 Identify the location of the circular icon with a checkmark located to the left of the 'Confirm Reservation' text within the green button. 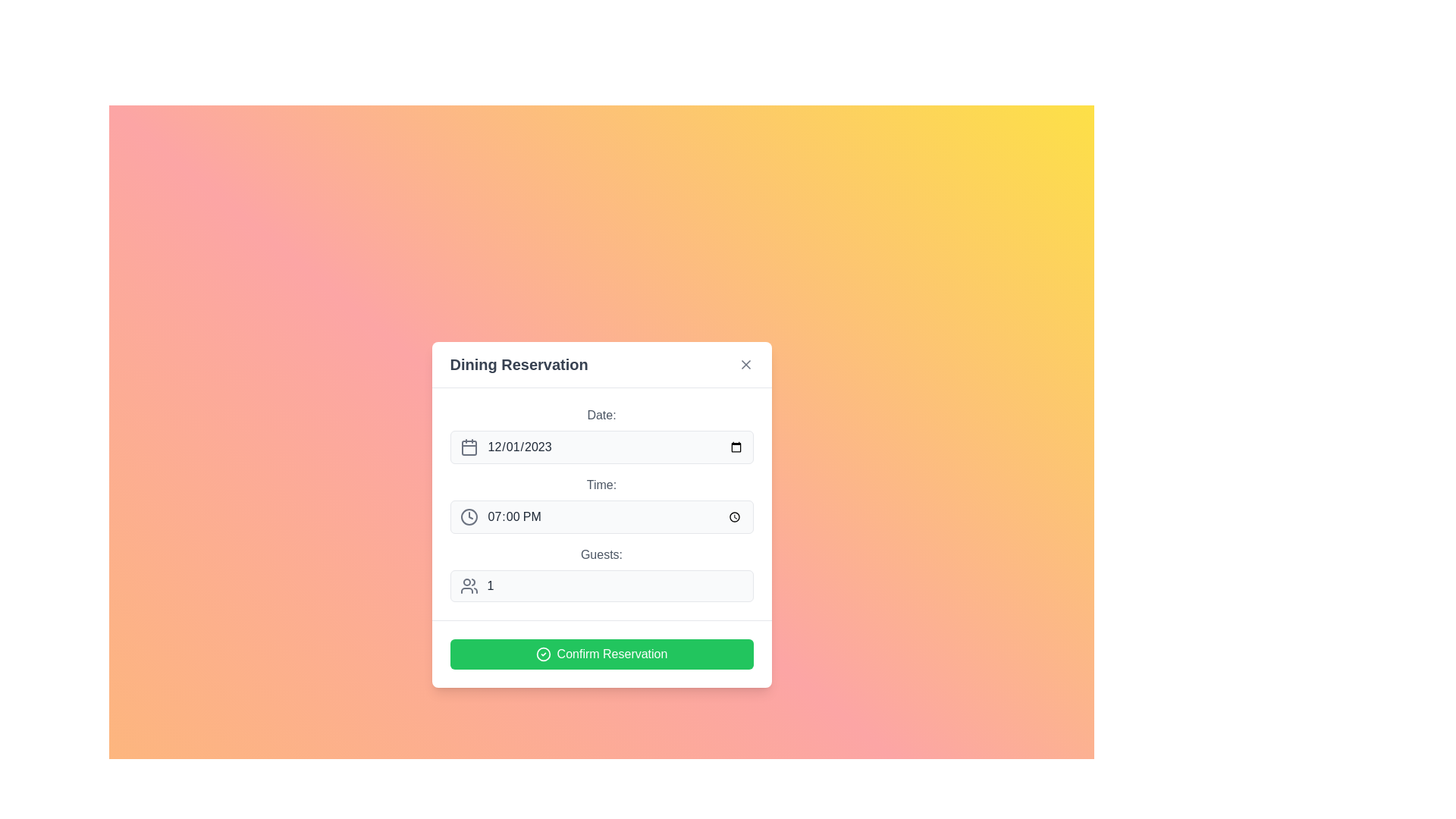
(543, 654).